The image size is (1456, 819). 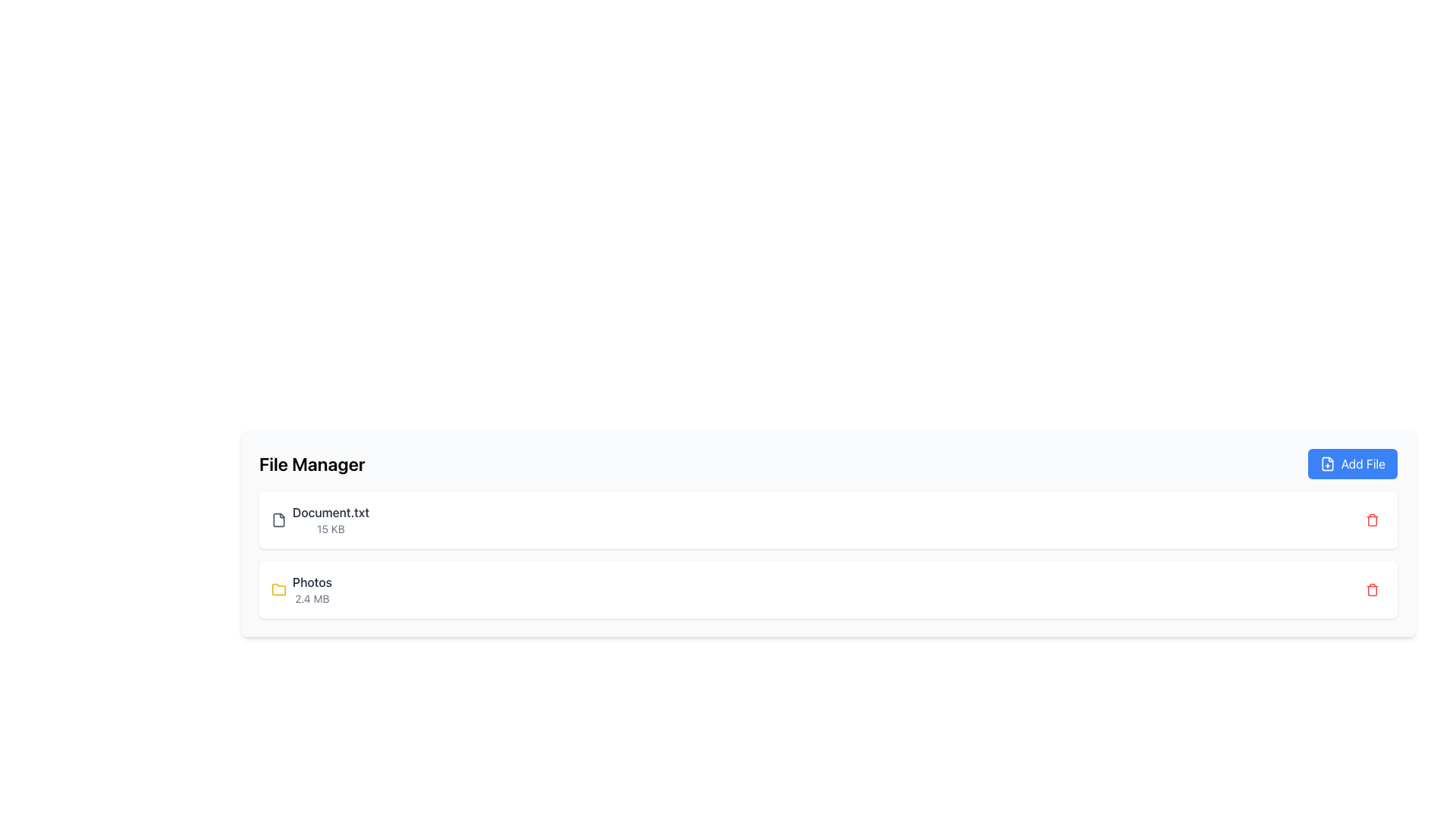 What do you see at coordinates (330, 512) in the screenshot?
I see `the file name text label located at the first entry of the file management view` at bounding box center [330, 512].